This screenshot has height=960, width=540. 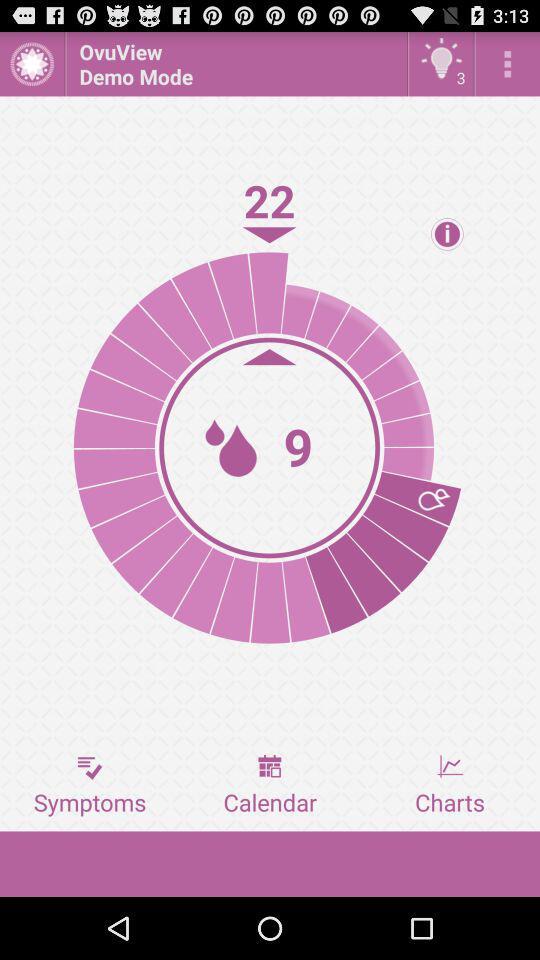 What do you see at coordinates (507, 63) in the screenshot?
I see `menu` at bounding box center [507, 63].